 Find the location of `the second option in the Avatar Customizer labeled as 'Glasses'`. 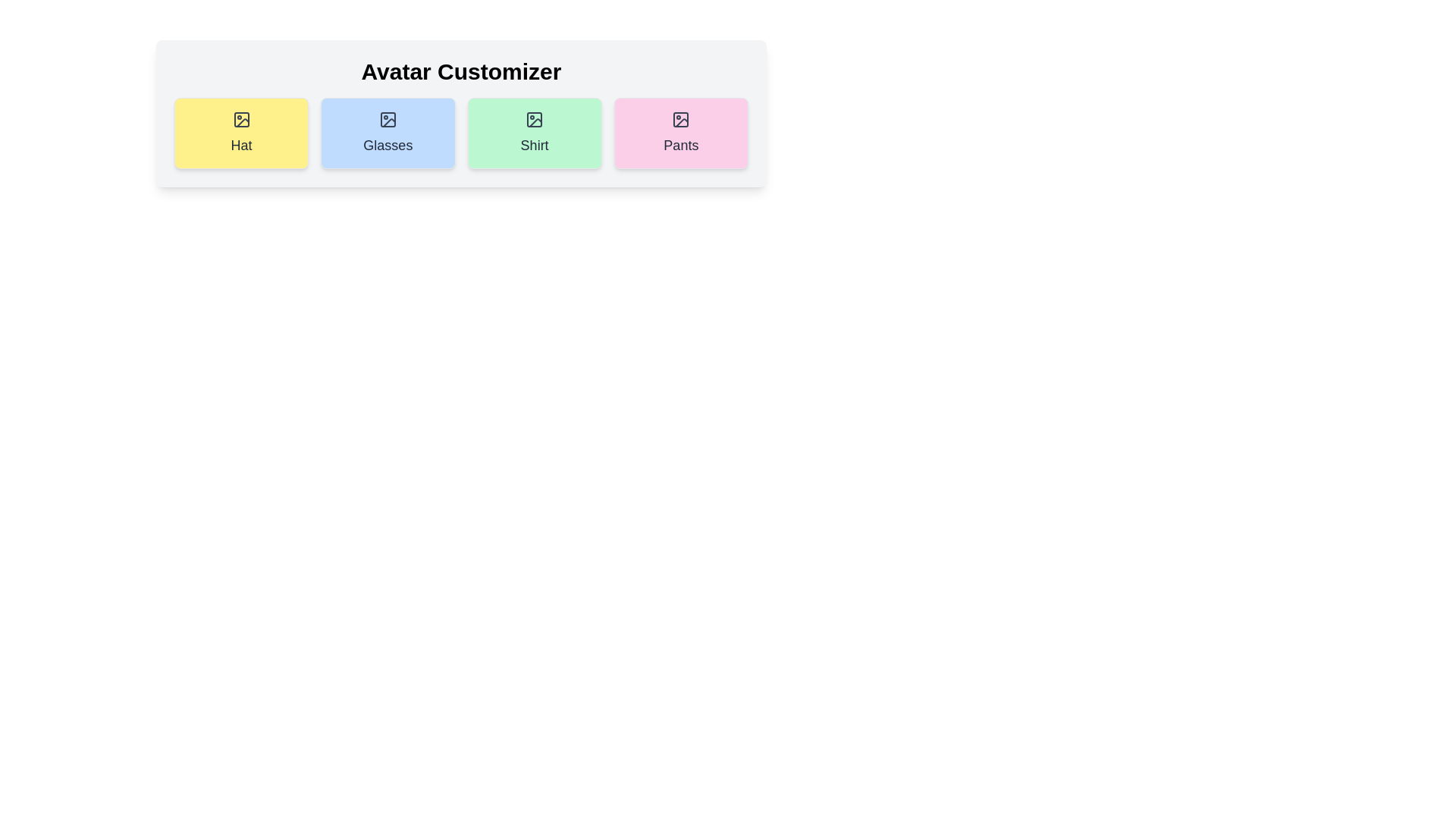

the second option in the Avatar Customizer labeled as 'Glasses' is located at coordinates (388, 133).